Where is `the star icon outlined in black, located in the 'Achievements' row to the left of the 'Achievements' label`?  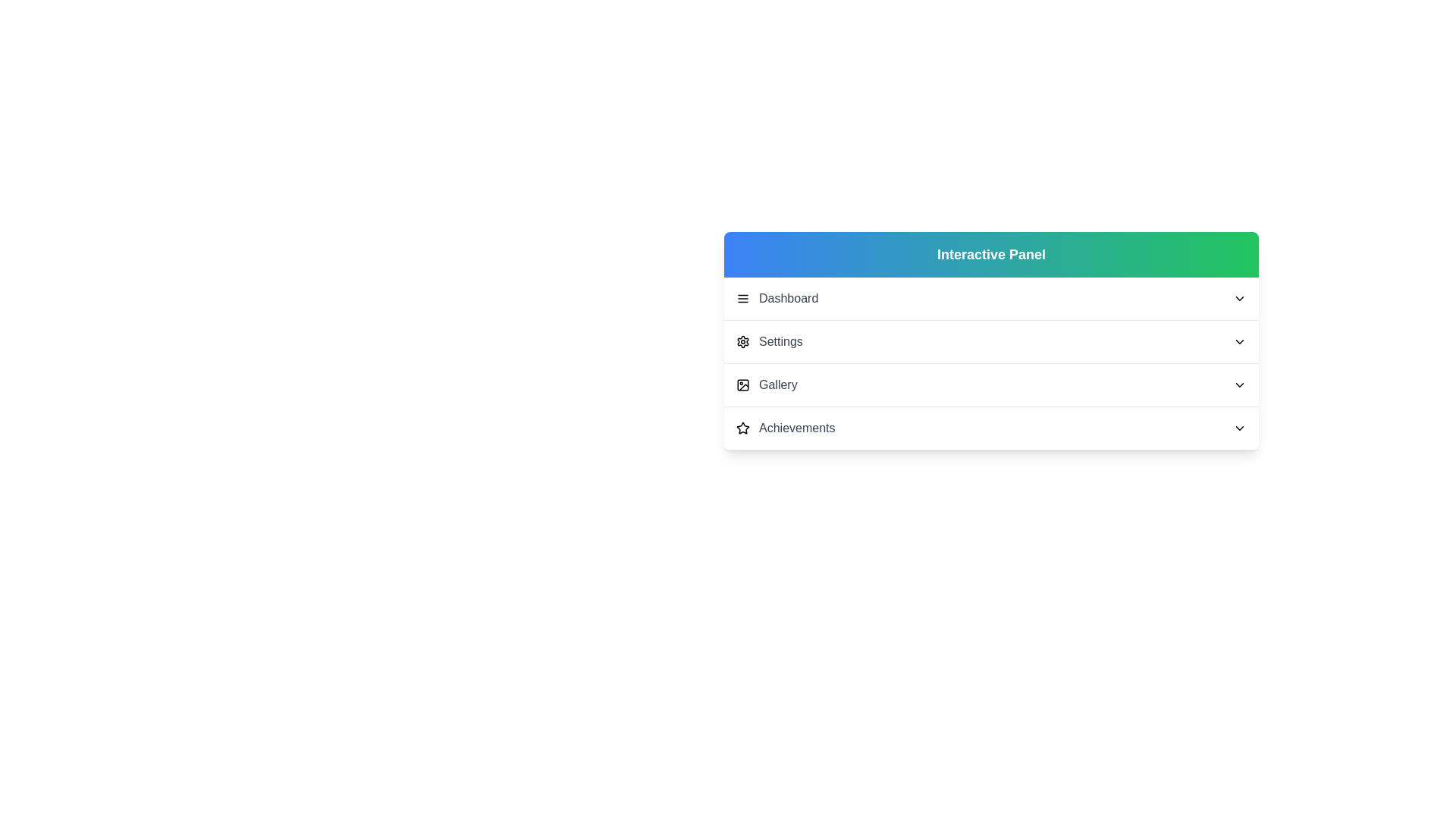
the star icon outlined in black, located in the 'Achievements' row to the left of the 'Achievements' label is located at coordinates (742, 428).